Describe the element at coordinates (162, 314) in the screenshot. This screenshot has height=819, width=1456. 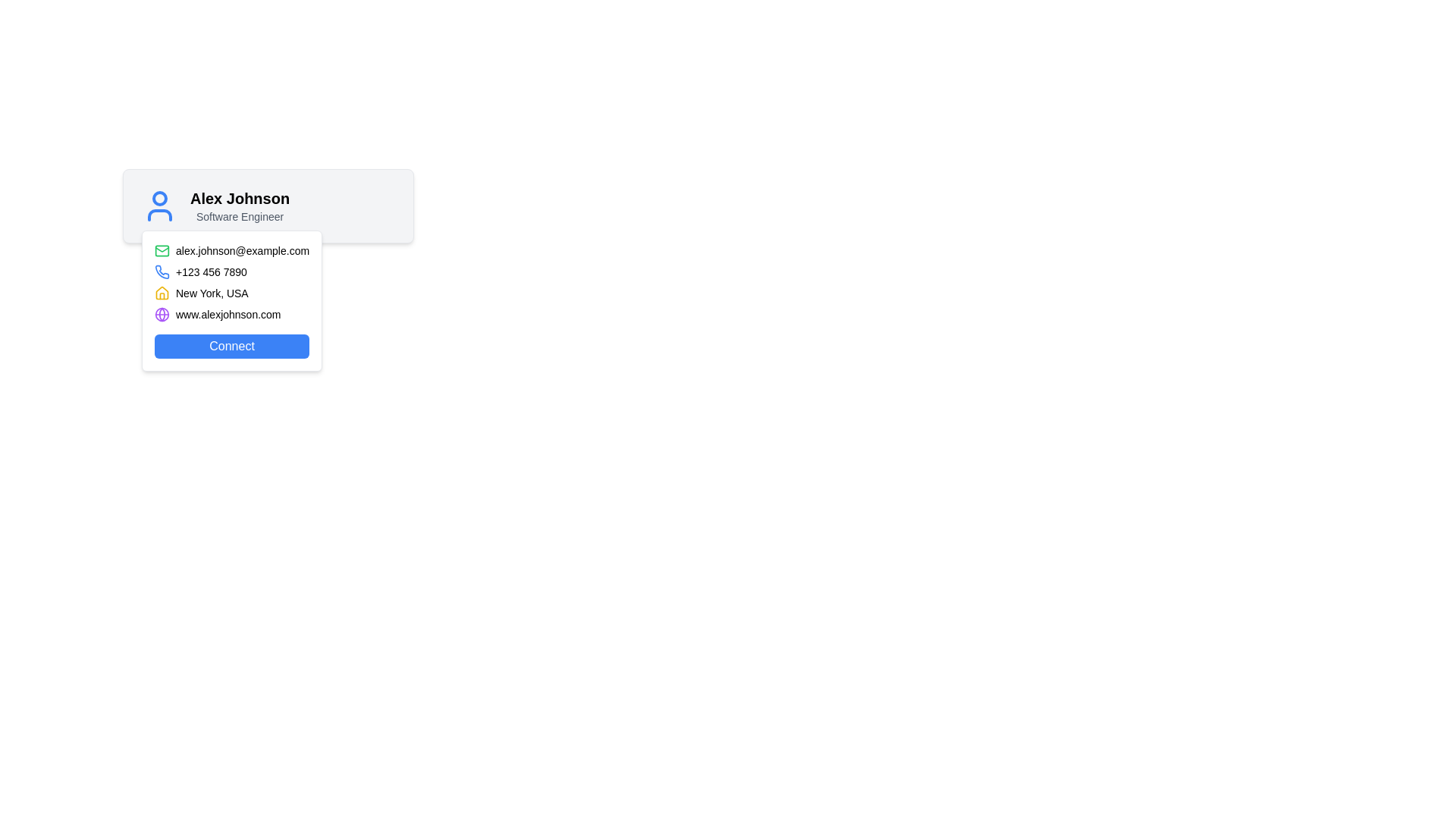
I see `the purple globe icon located to the left of the website address 'www.alexjohnson.com'` at that location.